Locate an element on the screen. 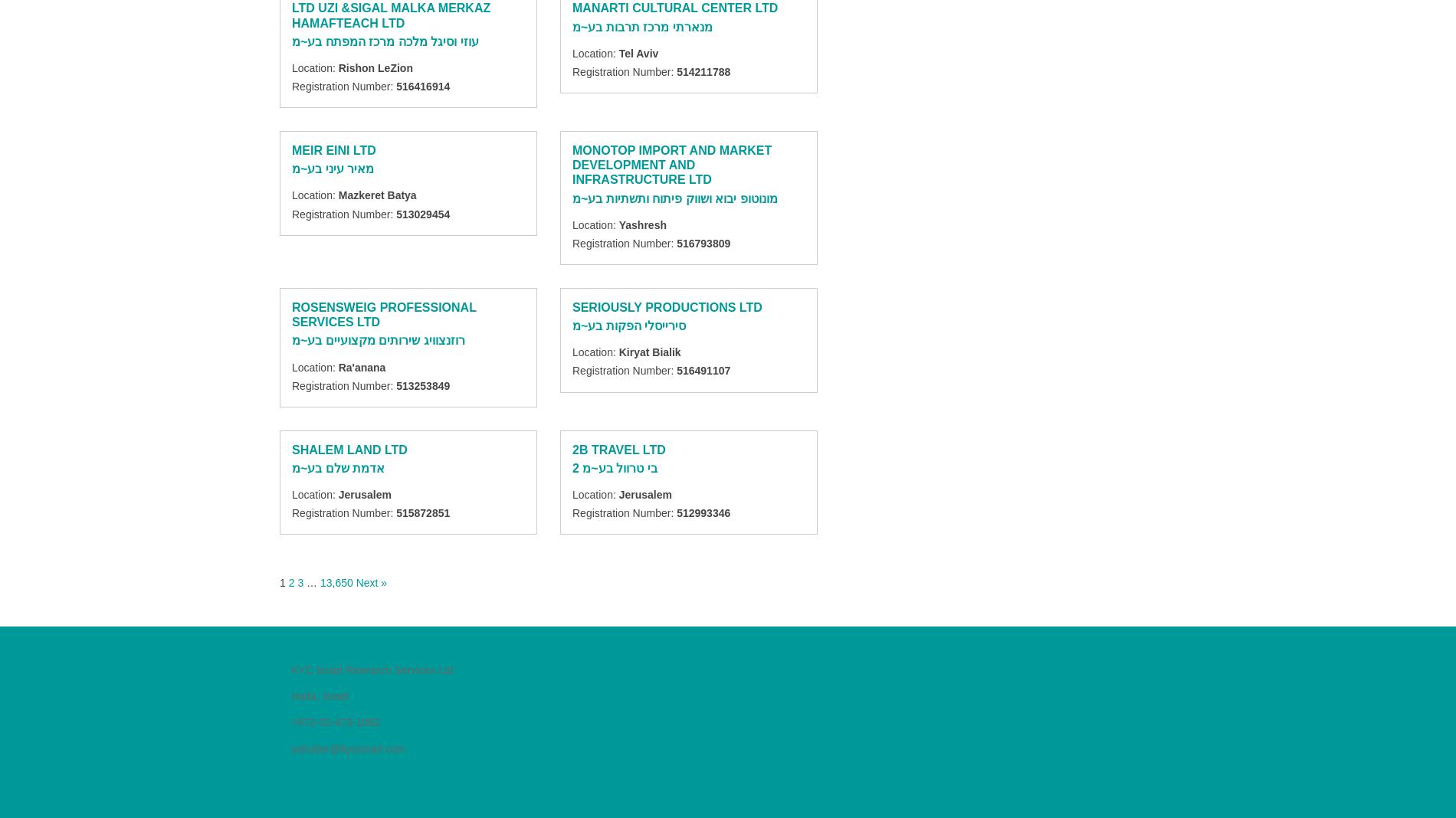  'מנארתי מרכז תרבות בע~מ' is located at coordinates (572, 25).